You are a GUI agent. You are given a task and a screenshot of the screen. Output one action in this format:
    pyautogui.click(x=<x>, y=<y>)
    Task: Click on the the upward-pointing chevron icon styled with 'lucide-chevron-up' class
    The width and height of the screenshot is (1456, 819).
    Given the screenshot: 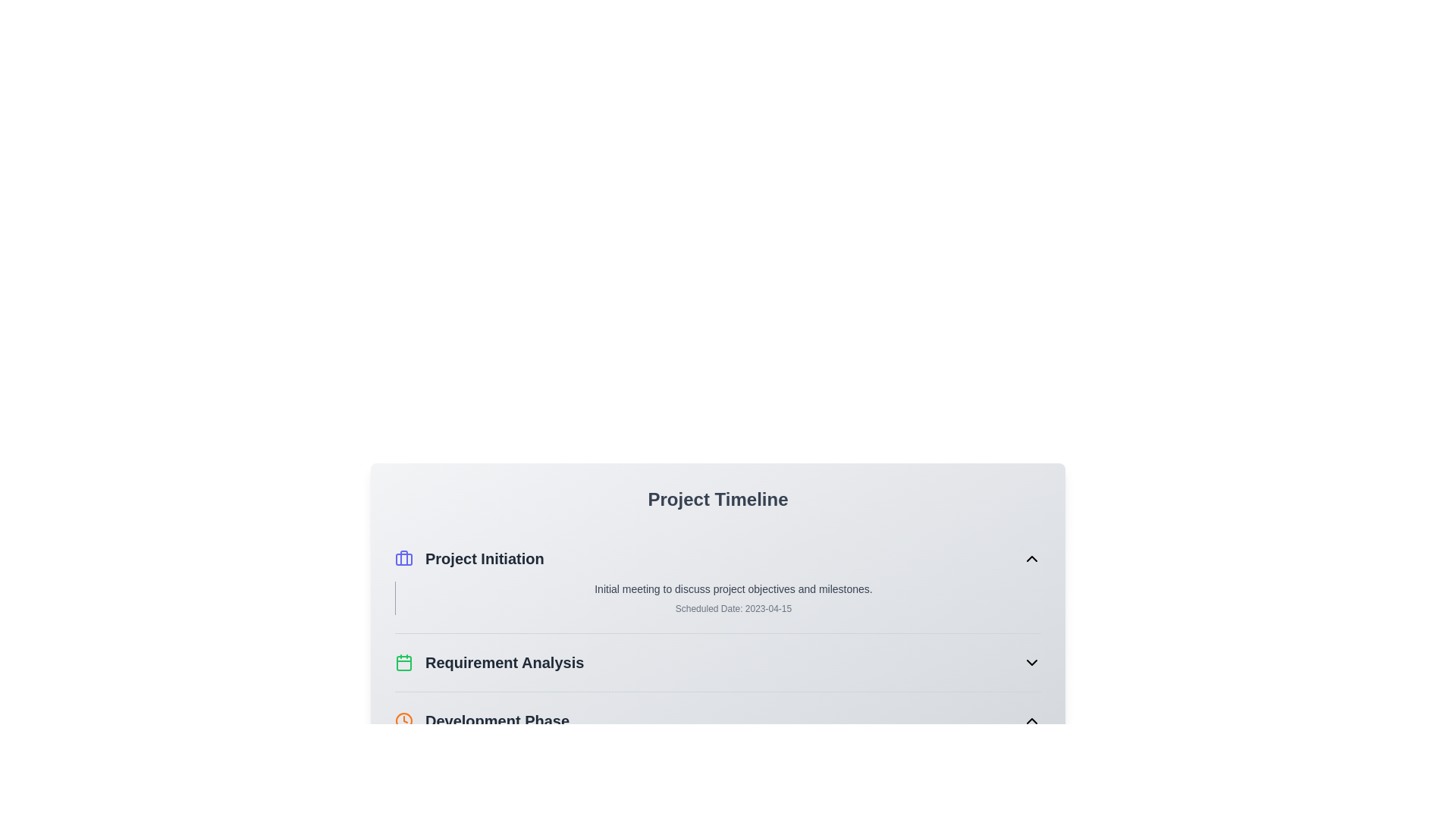 What is the action you would take?
    pyautogui.click(x=1031, y=720)
    